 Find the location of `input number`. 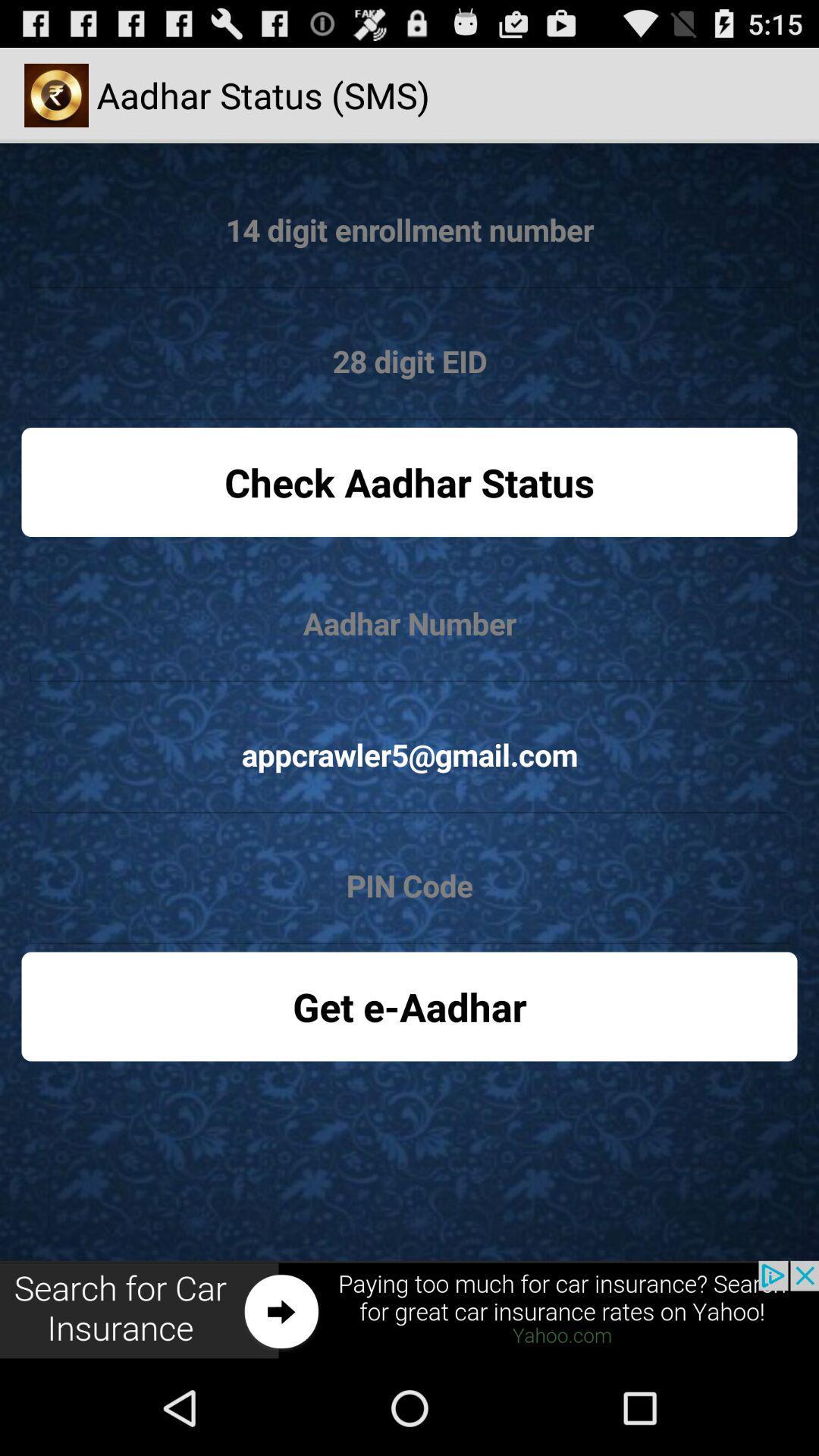

input number is located at coordinates (409, 624).